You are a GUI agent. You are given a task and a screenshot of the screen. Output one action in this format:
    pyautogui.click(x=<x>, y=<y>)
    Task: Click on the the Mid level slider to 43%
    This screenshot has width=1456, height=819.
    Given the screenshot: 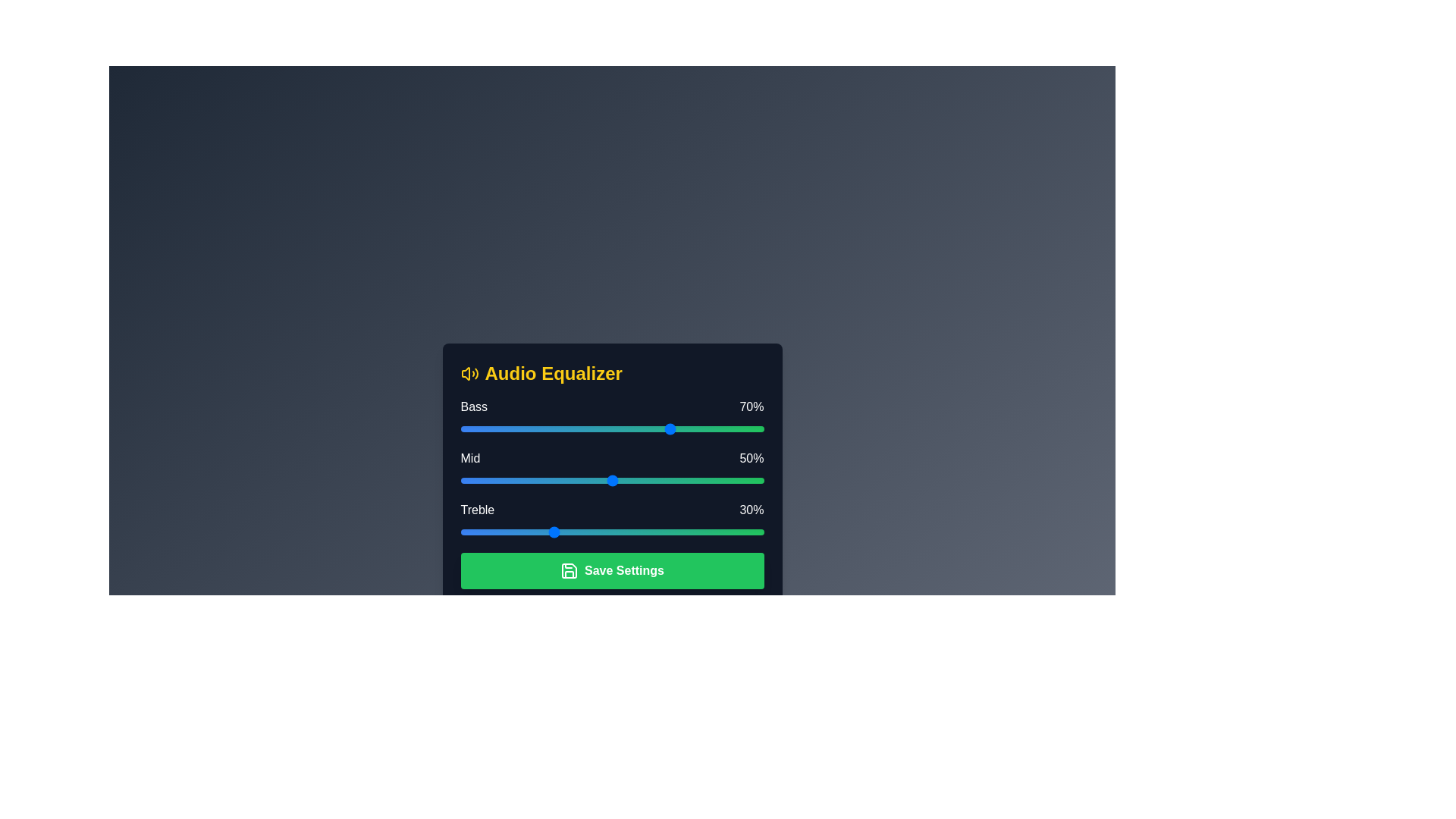 What is the action you would take?
    pyautogui.click(x=590, y=480)
    